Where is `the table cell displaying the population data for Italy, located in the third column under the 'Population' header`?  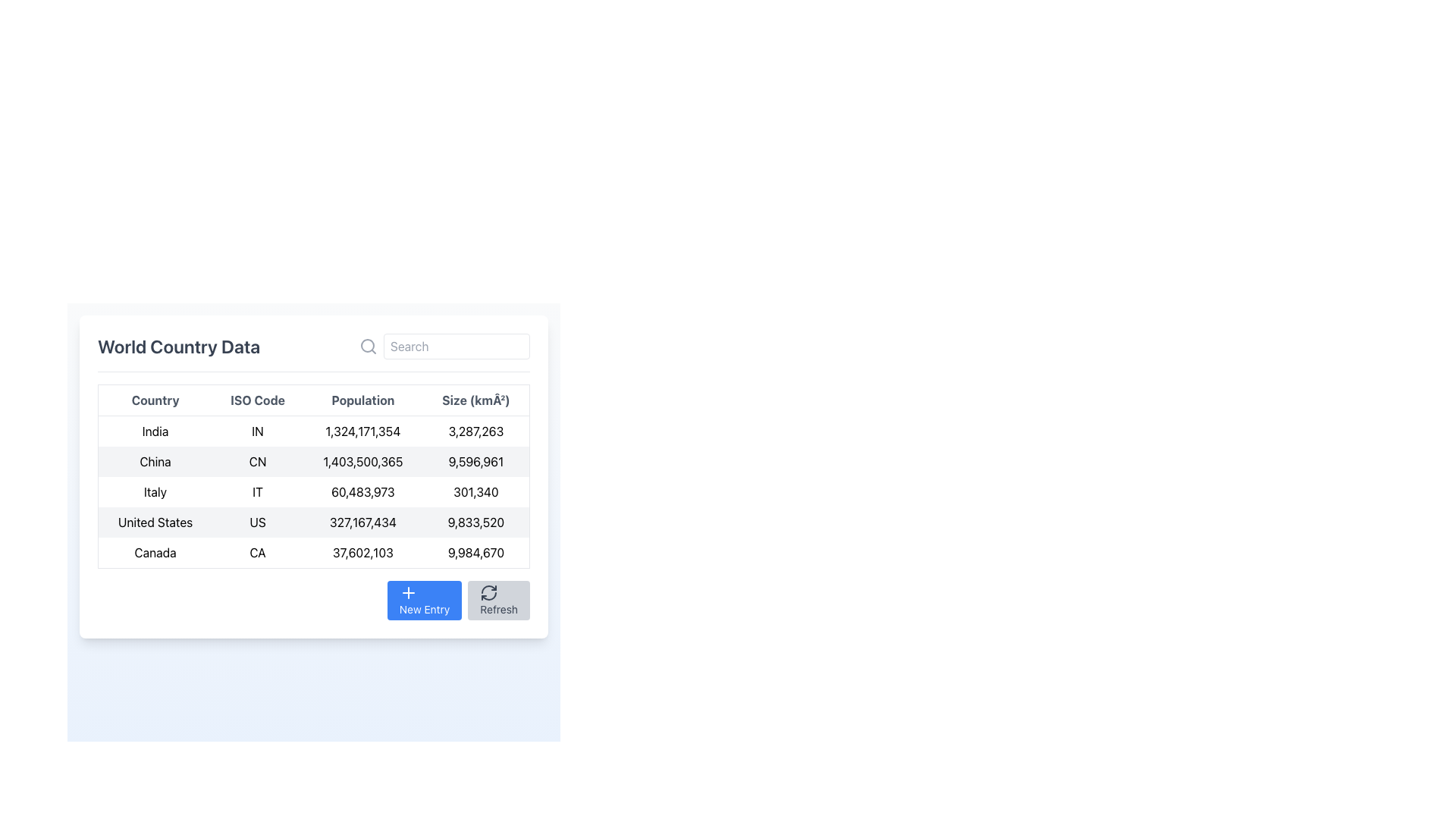
the table cell displaying the population data for Italy, located in the third column under the 'Population' header is located at coordinates (362, 491).